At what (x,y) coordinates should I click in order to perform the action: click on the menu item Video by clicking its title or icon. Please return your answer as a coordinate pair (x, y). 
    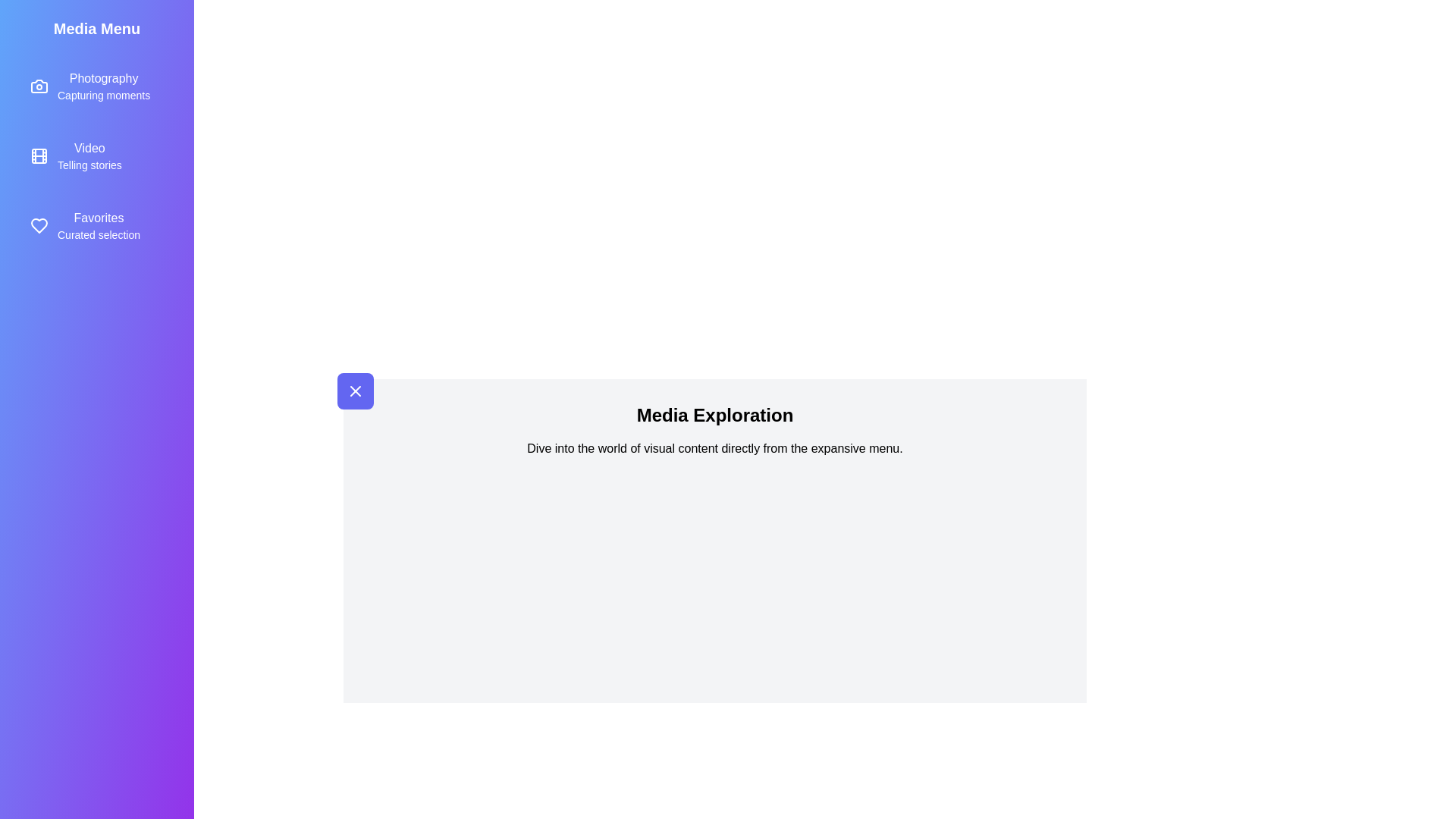
    Looking at the image, I should click on (96, 155).